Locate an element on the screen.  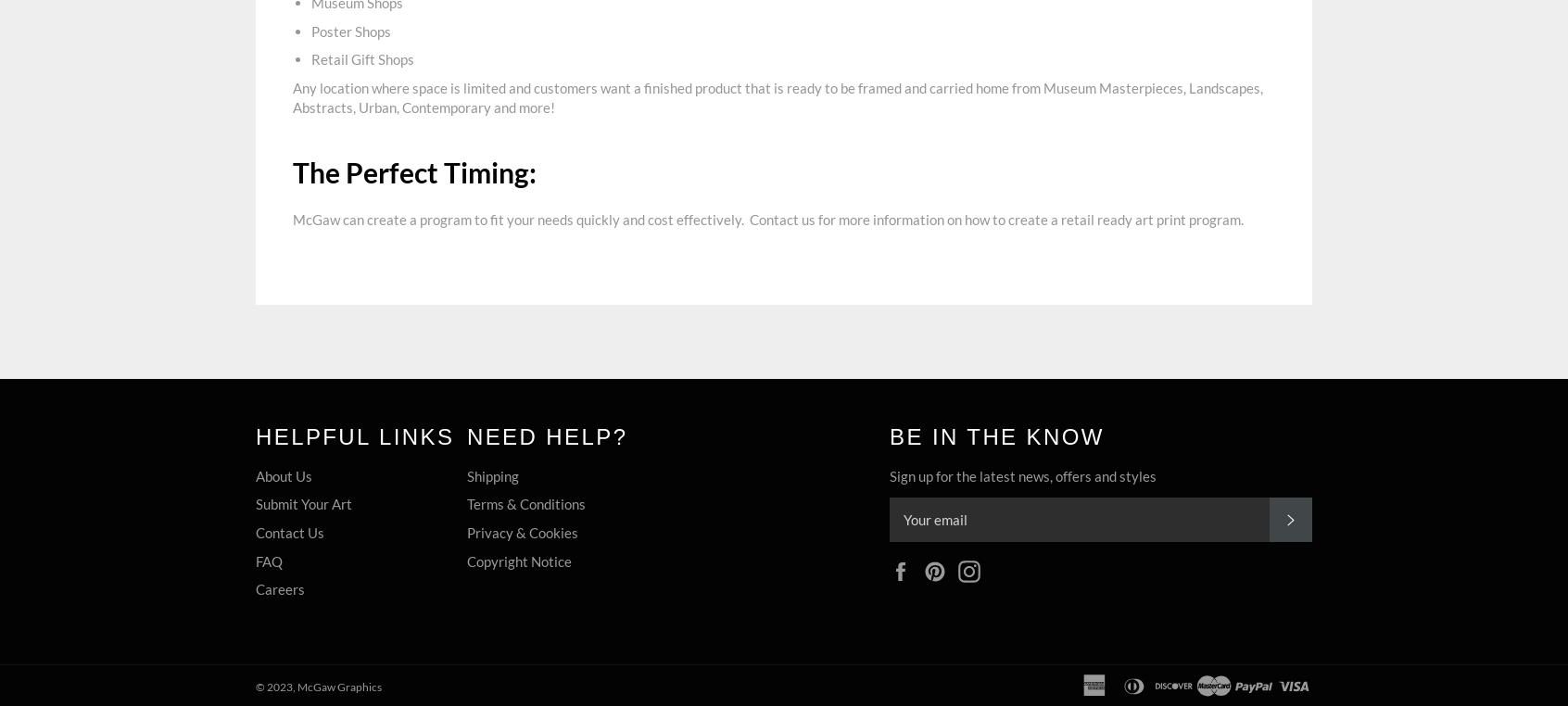
'Retail Gift Shops' is located at coordinates (362, 59).